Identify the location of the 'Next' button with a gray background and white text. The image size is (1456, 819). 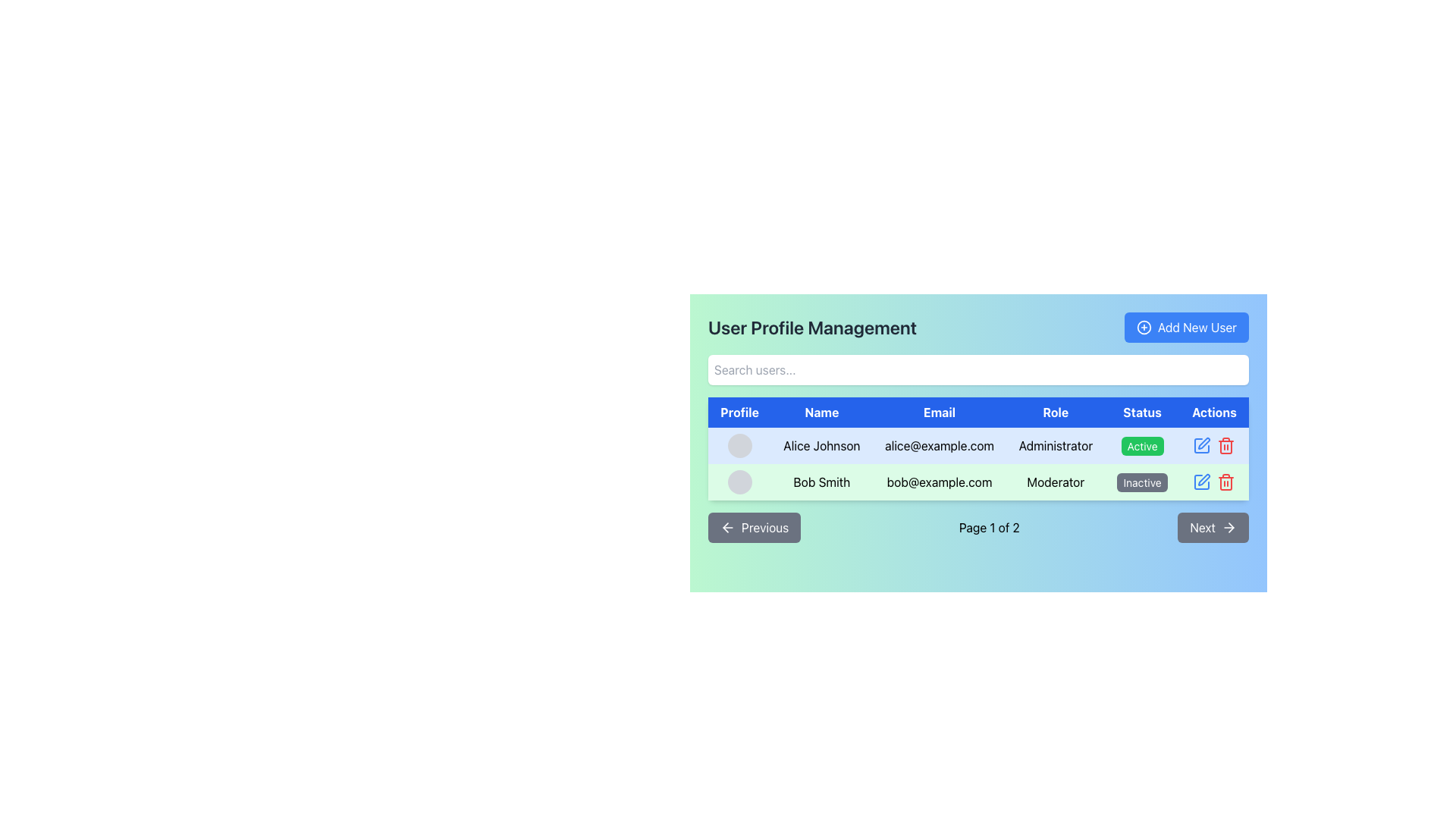
(1212, 526).